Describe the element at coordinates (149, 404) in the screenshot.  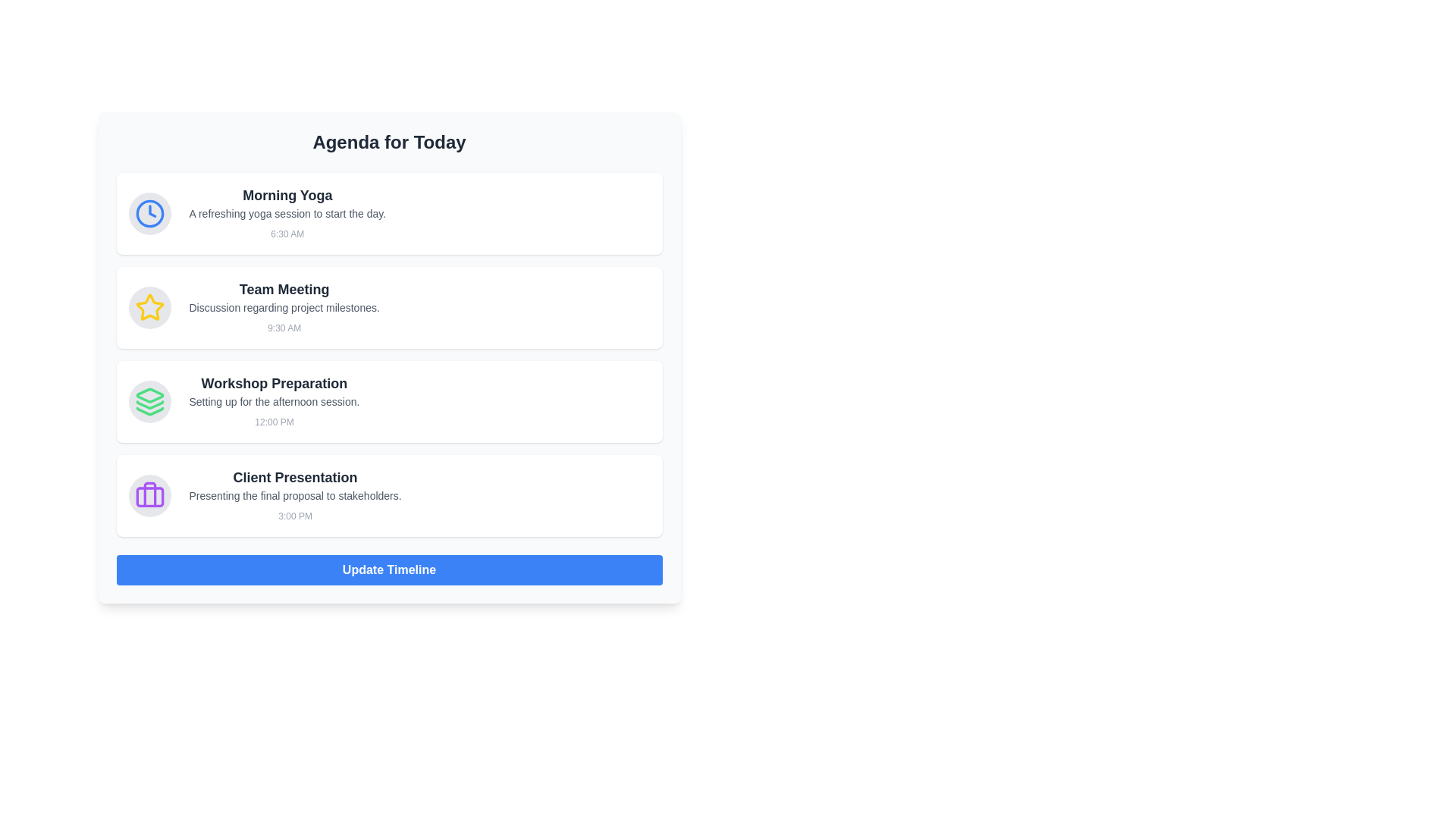
I see `the decorative vector graphic representing the agenda item labeled 'Workshop Preparation', which is the middle layer of a three-layered stack icon in a vertical list` at that location.